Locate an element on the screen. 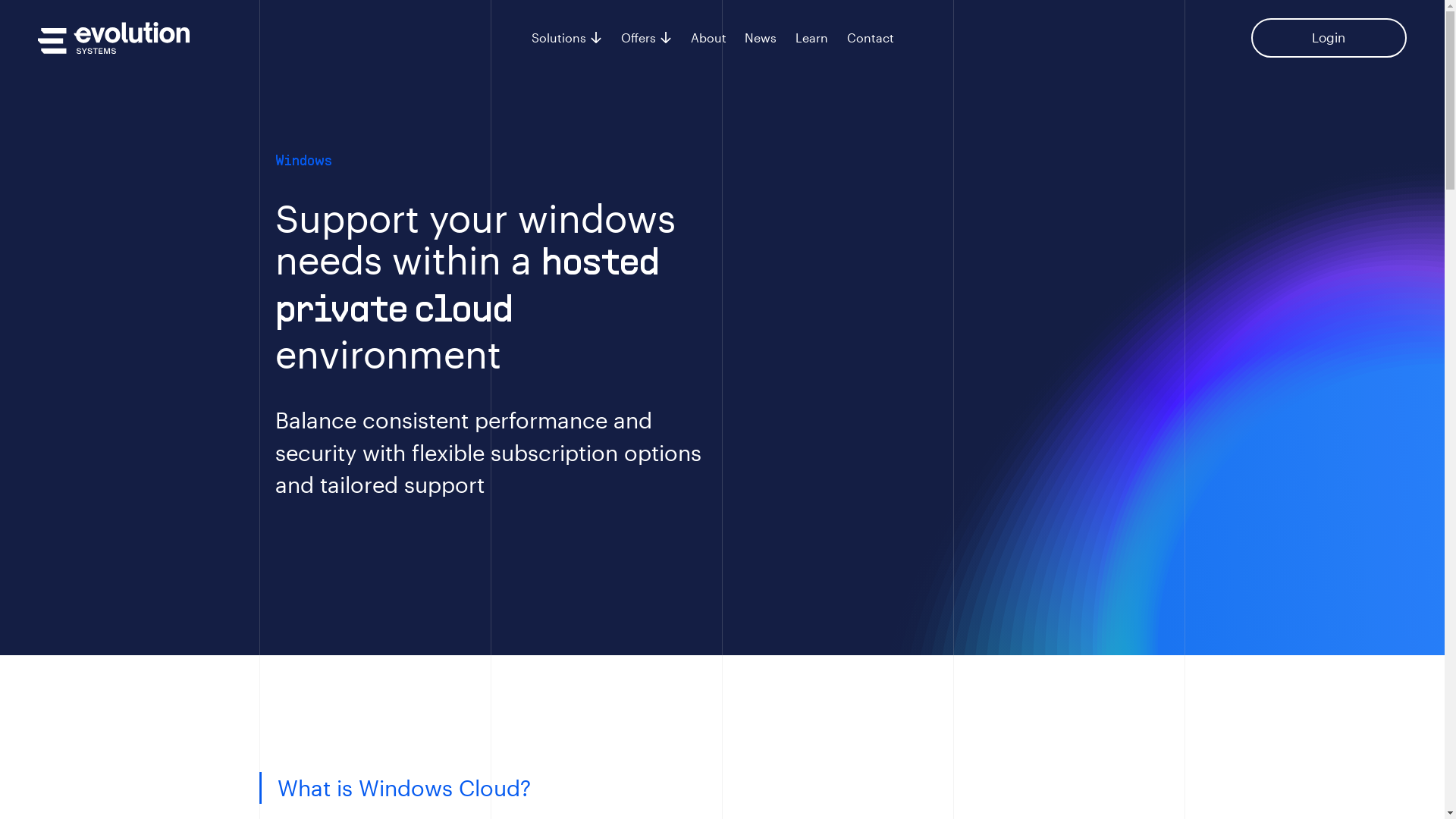 Image resolution: width=1456 pixels, height=819 pixels. 'Learn' is located at coordinates (811, 37).